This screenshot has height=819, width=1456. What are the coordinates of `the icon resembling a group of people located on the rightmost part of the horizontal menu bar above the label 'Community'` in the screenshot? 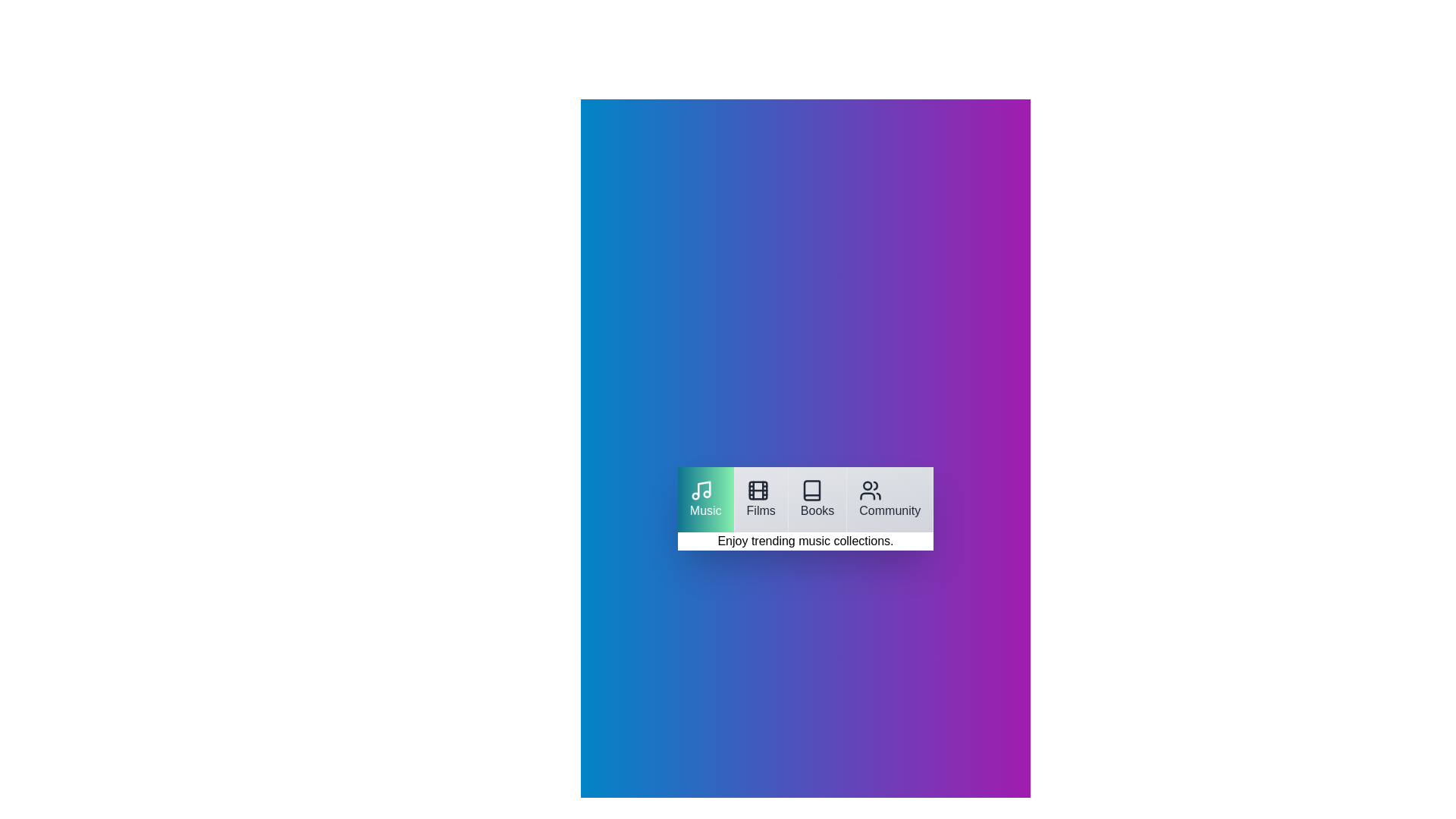 It's located at (871, 491).